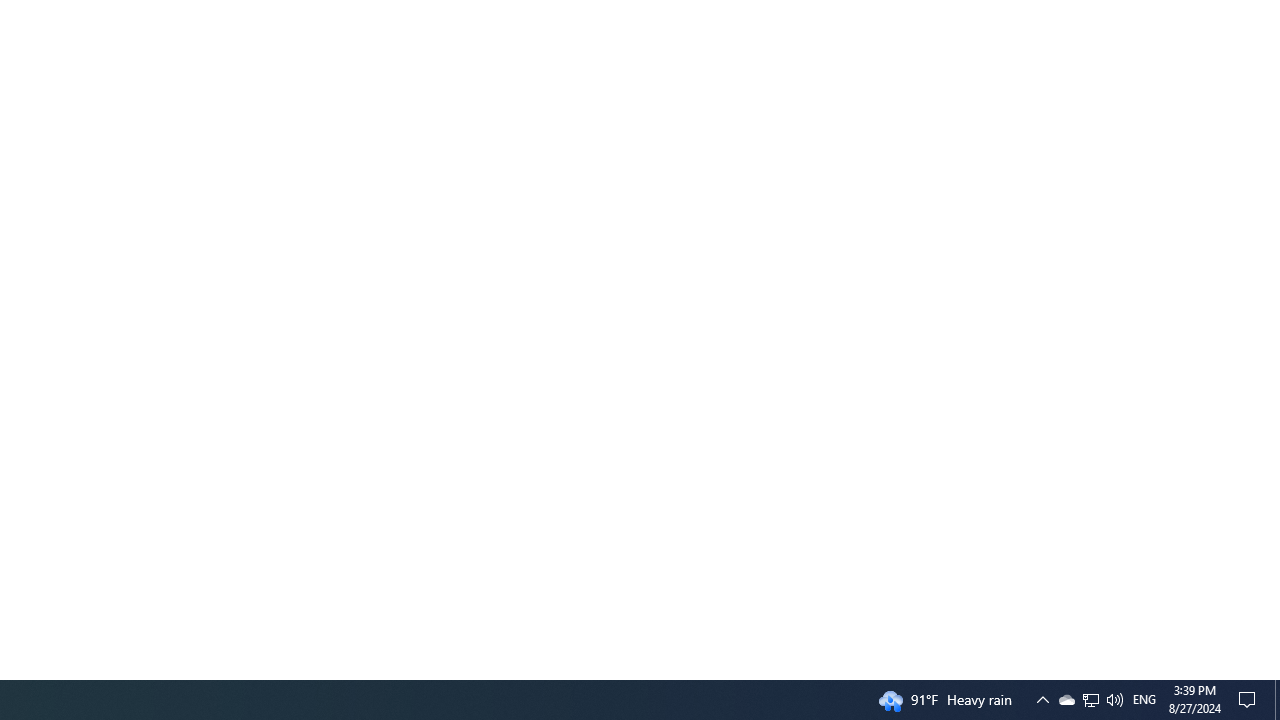  I want to click on 'Notification Chevron', so click(1041, 698).